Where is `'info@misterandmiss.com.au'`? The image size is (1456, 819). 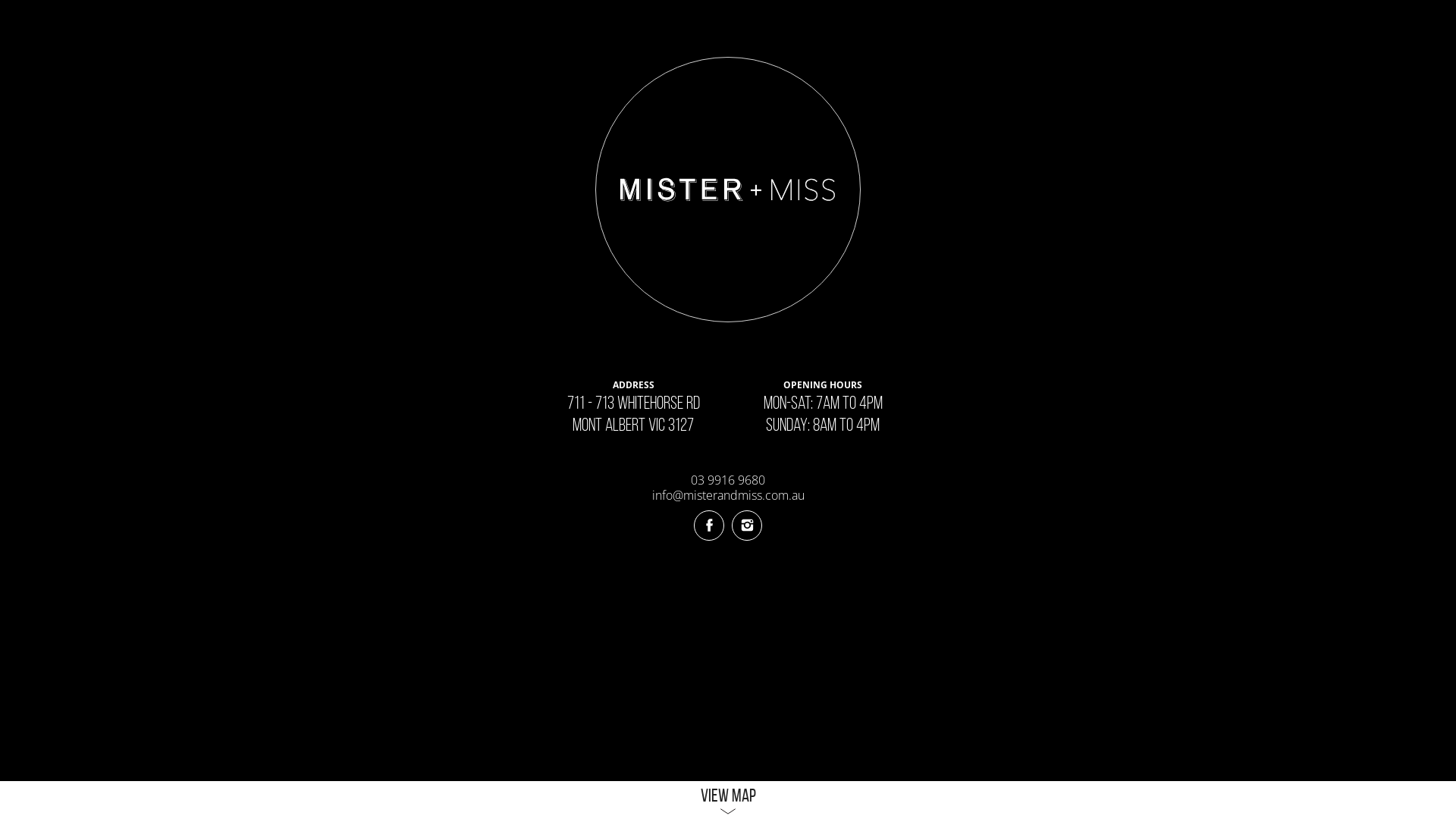
'info@misterandmiss.com.au' is located at coordinates (728, 494).